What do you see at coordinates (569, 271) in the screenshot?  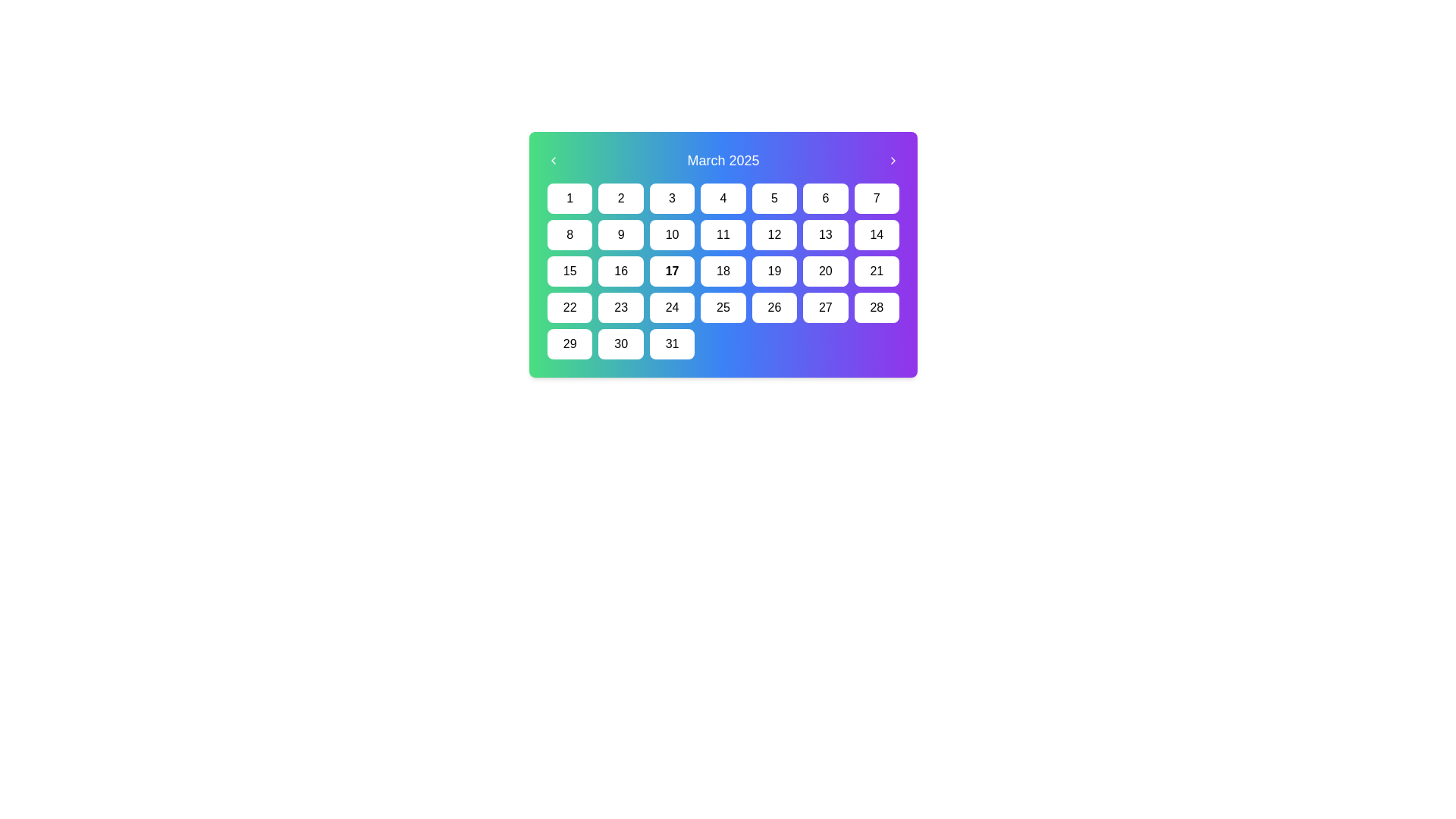 I see `the square-shaped button labeled '15' with a white background and black text` at bounding box center [569, 271].